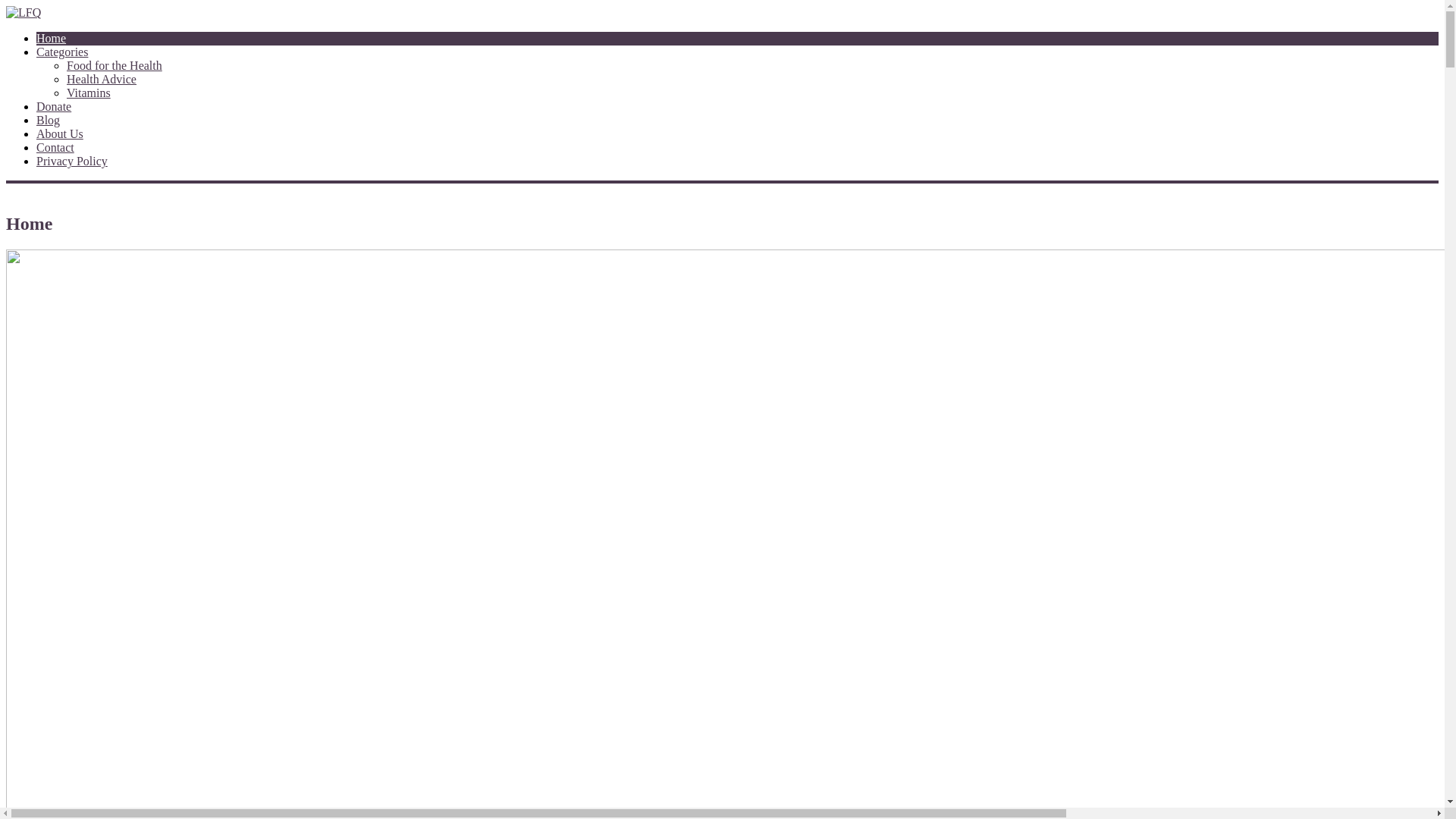 The height and width of the screenshot is (819, 1456). Describe the element at coordinates (101, 79) in the screenshot. I see `'Health Advice'` at that location.